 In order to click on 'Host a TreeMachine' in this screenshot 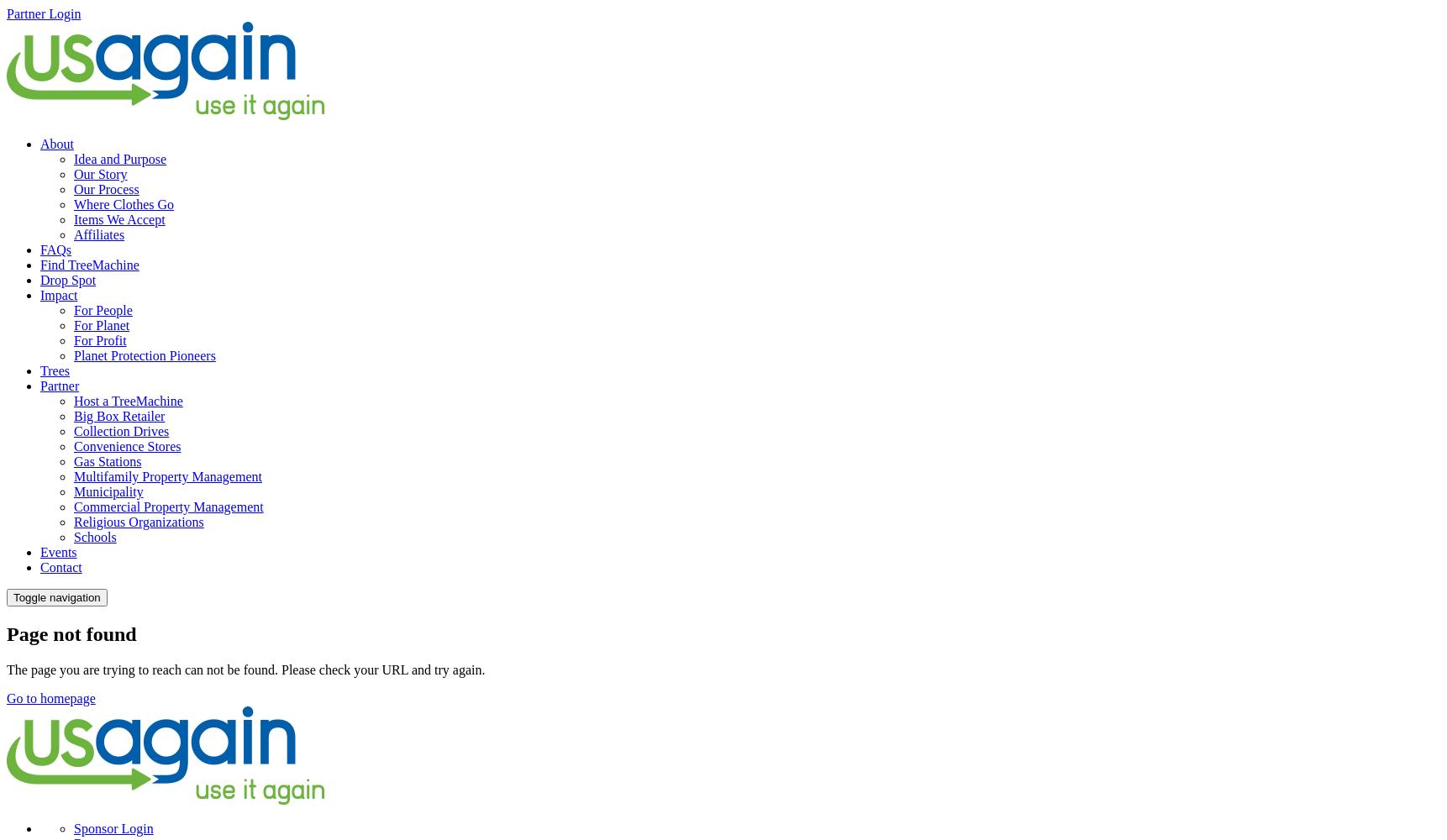, I will do `click(128, 400)`.